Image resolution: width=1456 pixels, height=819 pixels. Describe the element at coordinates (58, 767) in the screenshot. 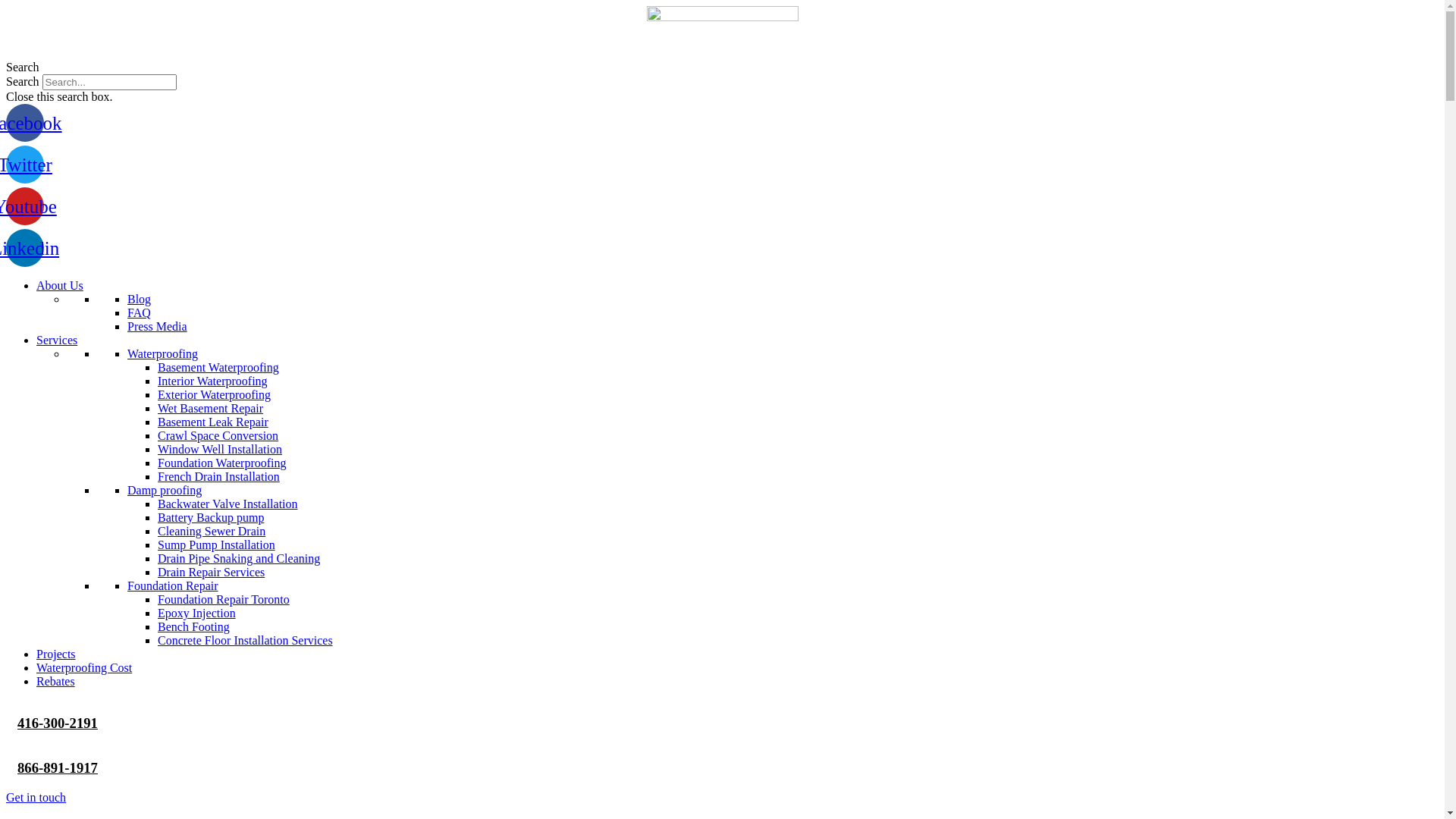

I see `'866-891-1917'` at that location.